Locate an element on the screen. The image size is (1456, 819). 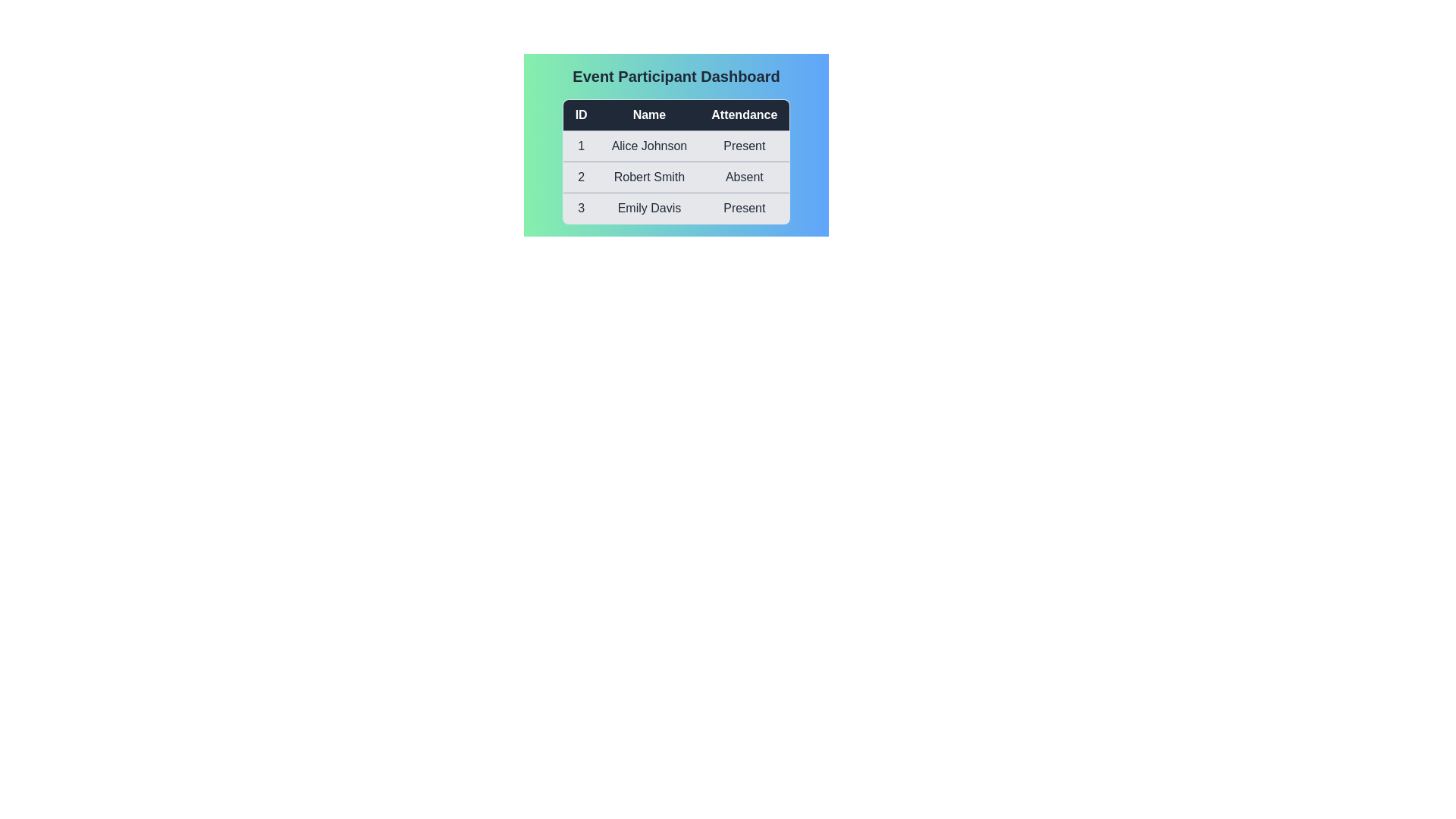
the third row in the data table containing '3', 'Emily Davis', and 'Present' is located at coordinates (676, 208).